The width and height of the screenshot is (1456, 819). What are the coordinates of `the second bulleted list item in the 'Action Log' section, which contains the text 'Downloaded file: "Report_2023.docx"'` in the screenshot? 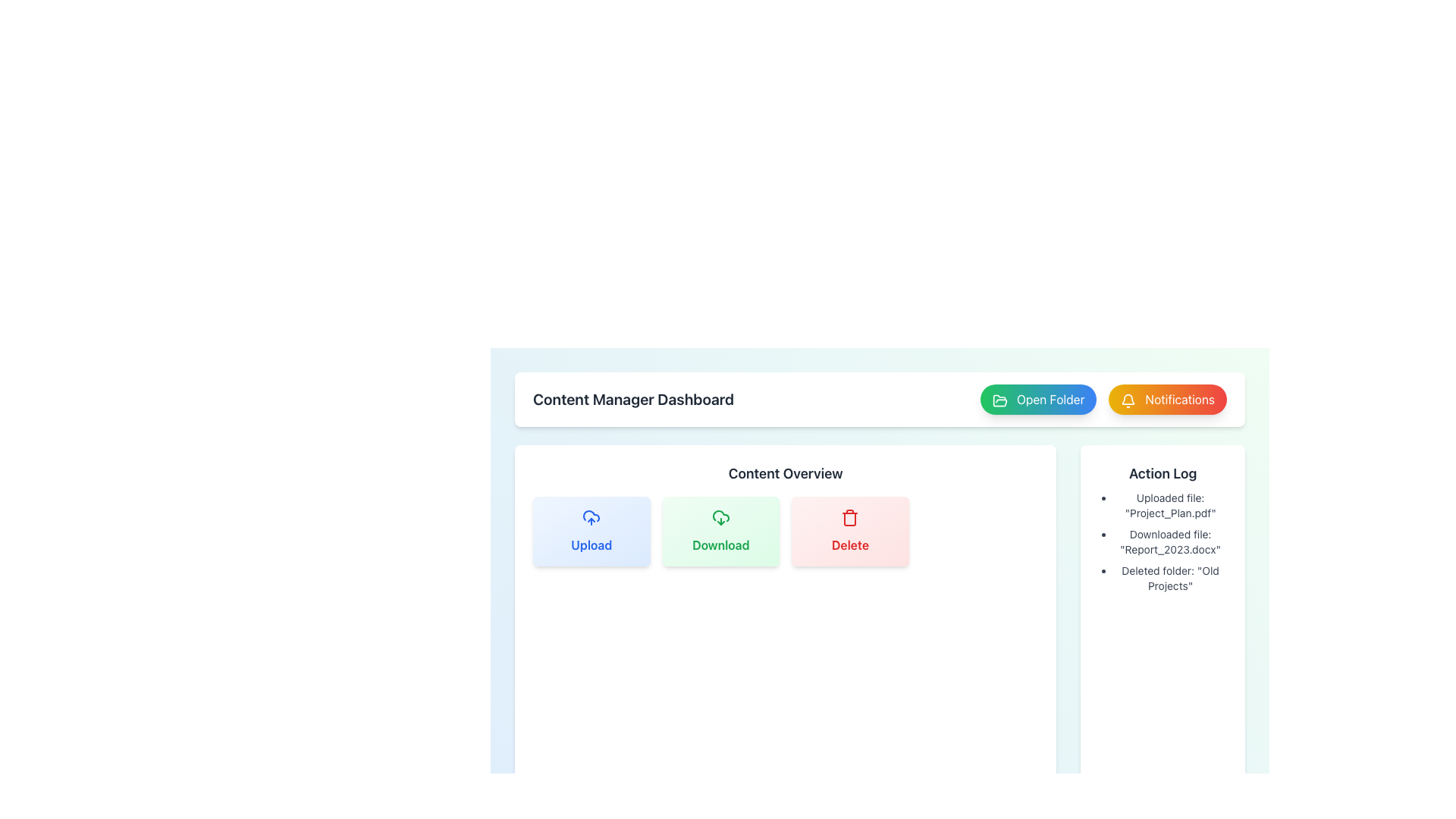 It's located at (1162, 541).